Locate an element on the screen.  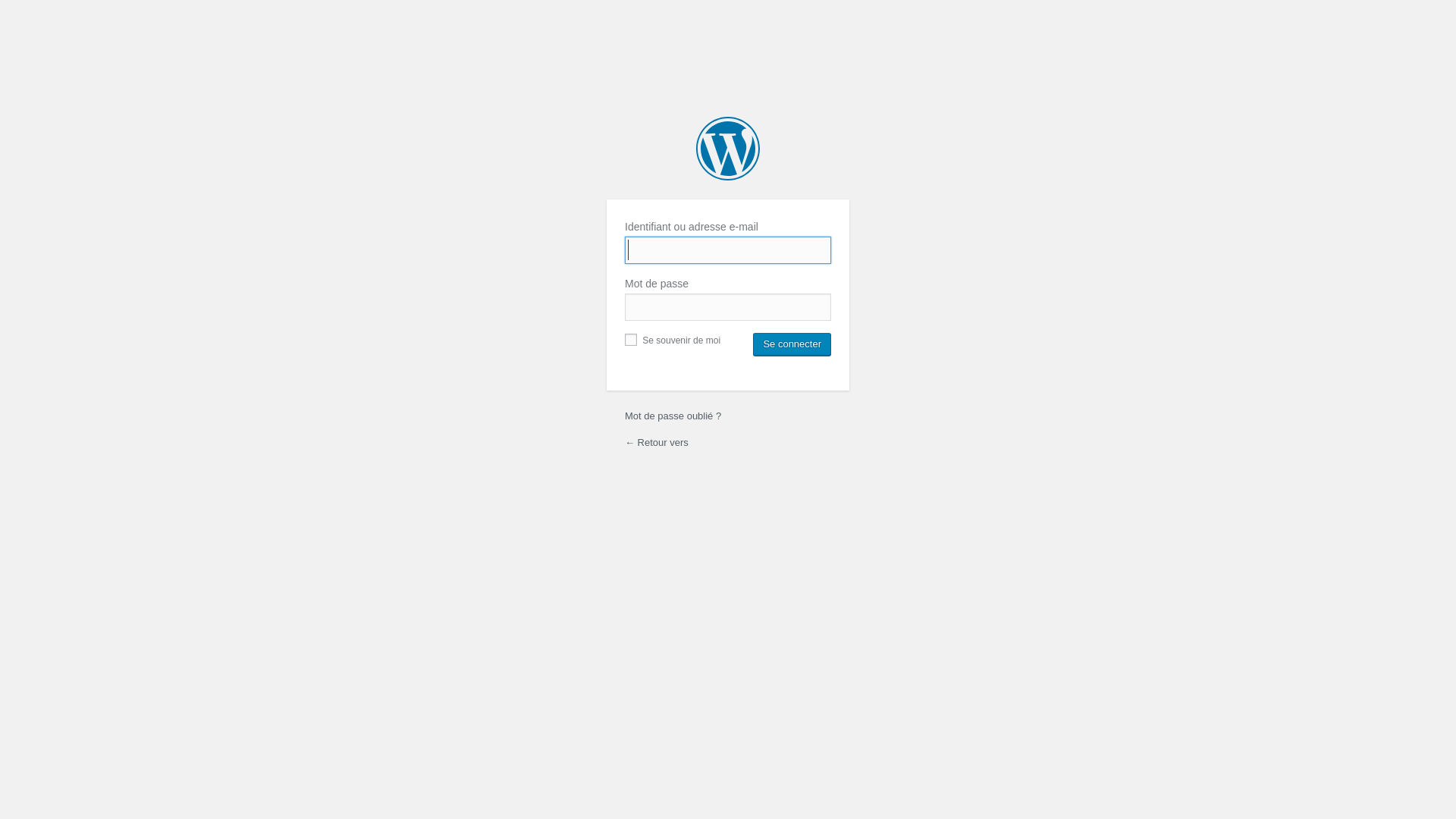
'Se connecter' is located at coordinates (791, 344).